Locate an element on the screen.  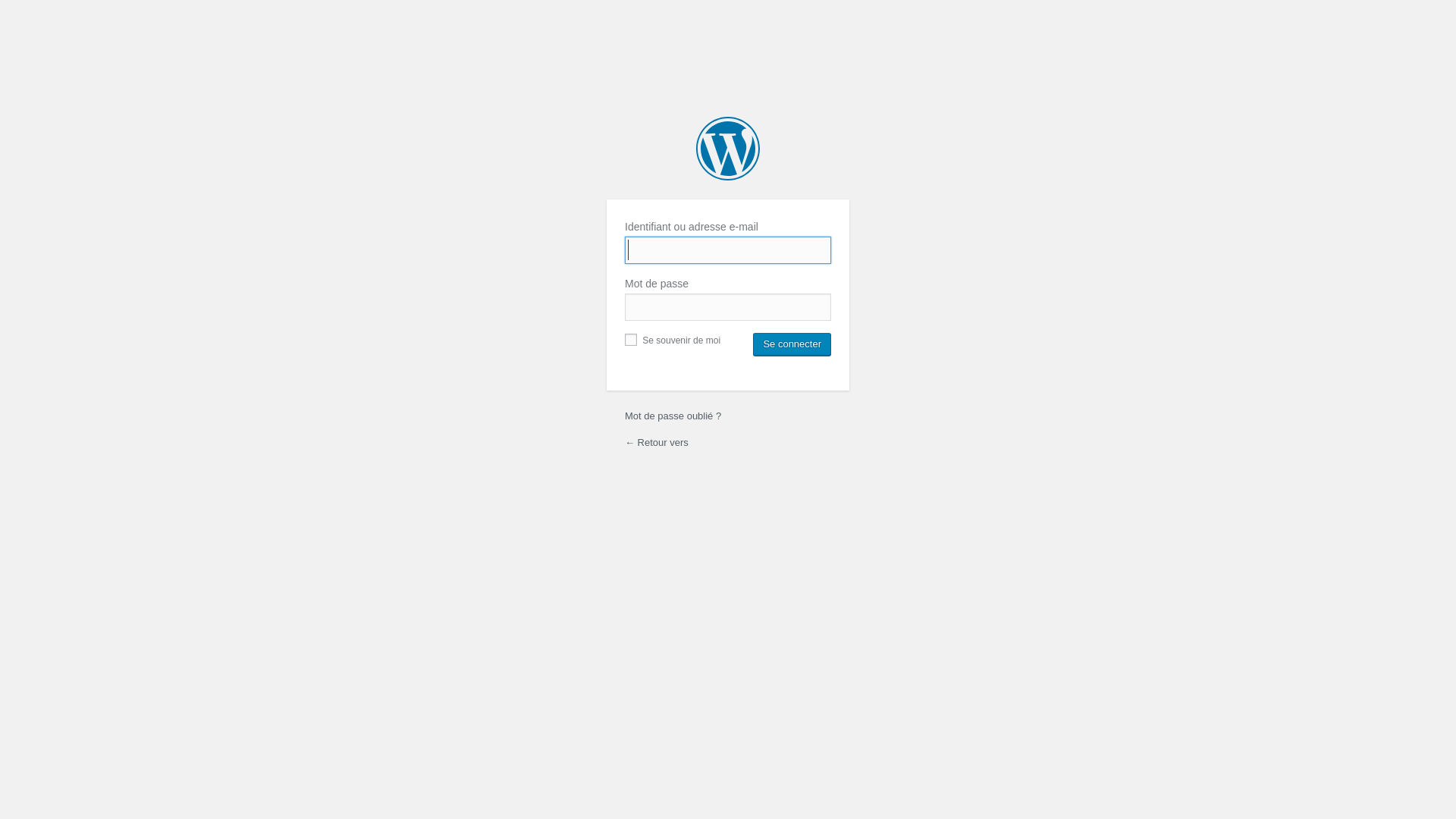
'Se connecter' is located at coordinates (791, 344).